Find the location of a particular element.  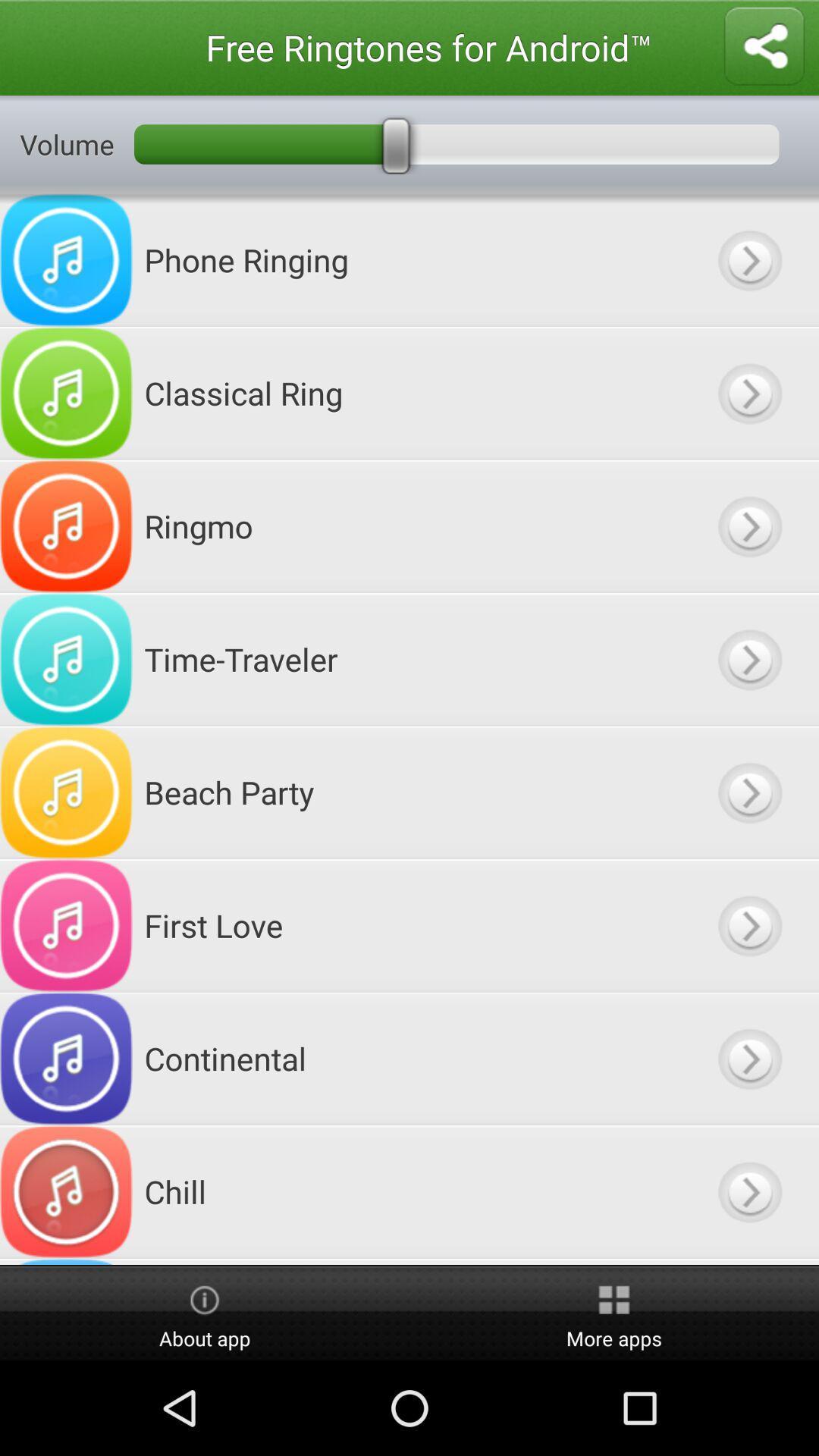

play is located at coordinates (748, 1191).